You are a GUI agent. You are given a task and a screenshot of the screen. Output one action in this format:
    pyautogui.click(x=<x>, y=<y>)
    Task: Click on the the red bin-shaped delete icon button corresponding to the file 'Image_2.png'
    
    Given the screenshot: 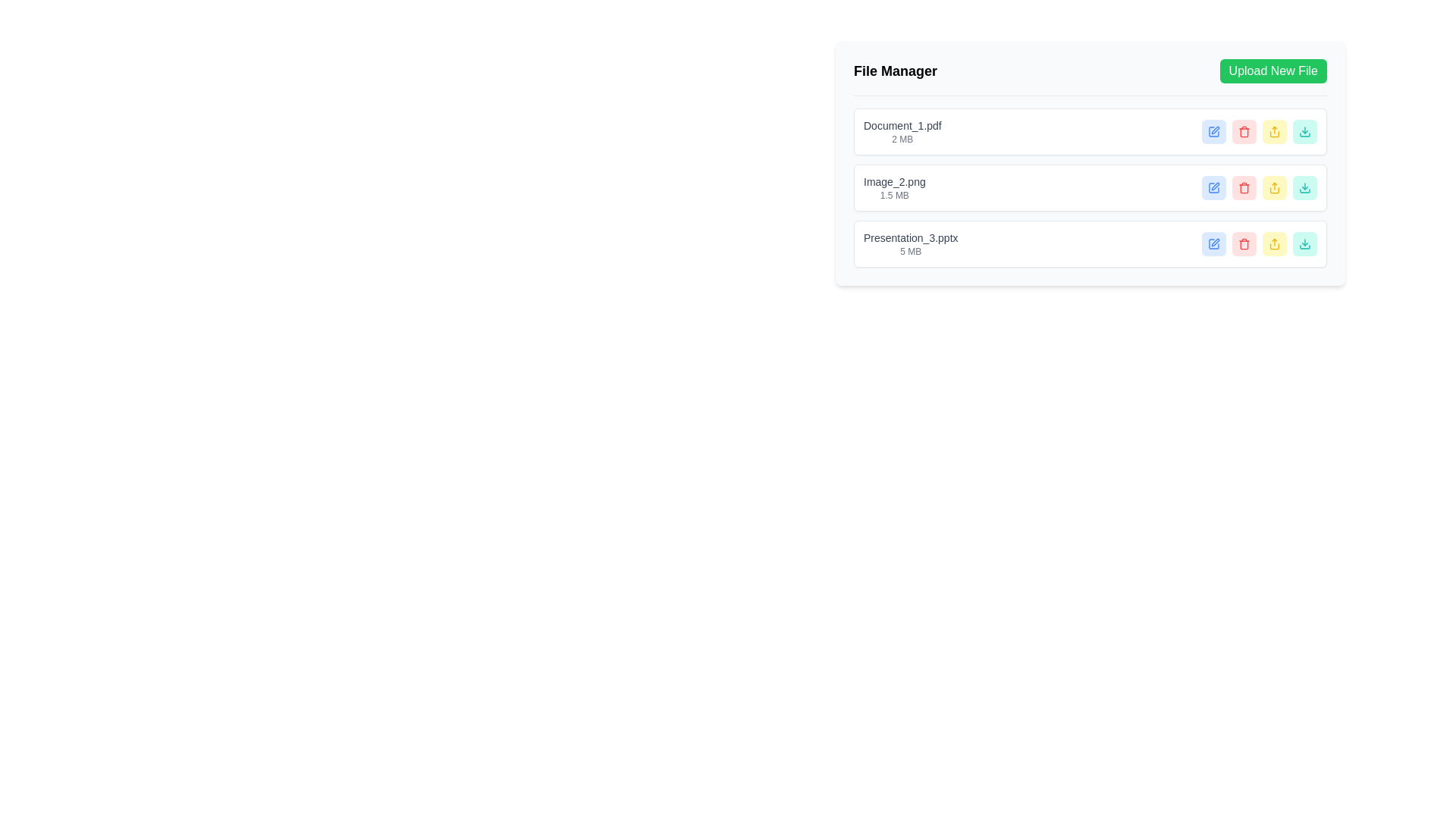 What is the action you would take?
    pyautogui.click(x=1244, y=130)
    